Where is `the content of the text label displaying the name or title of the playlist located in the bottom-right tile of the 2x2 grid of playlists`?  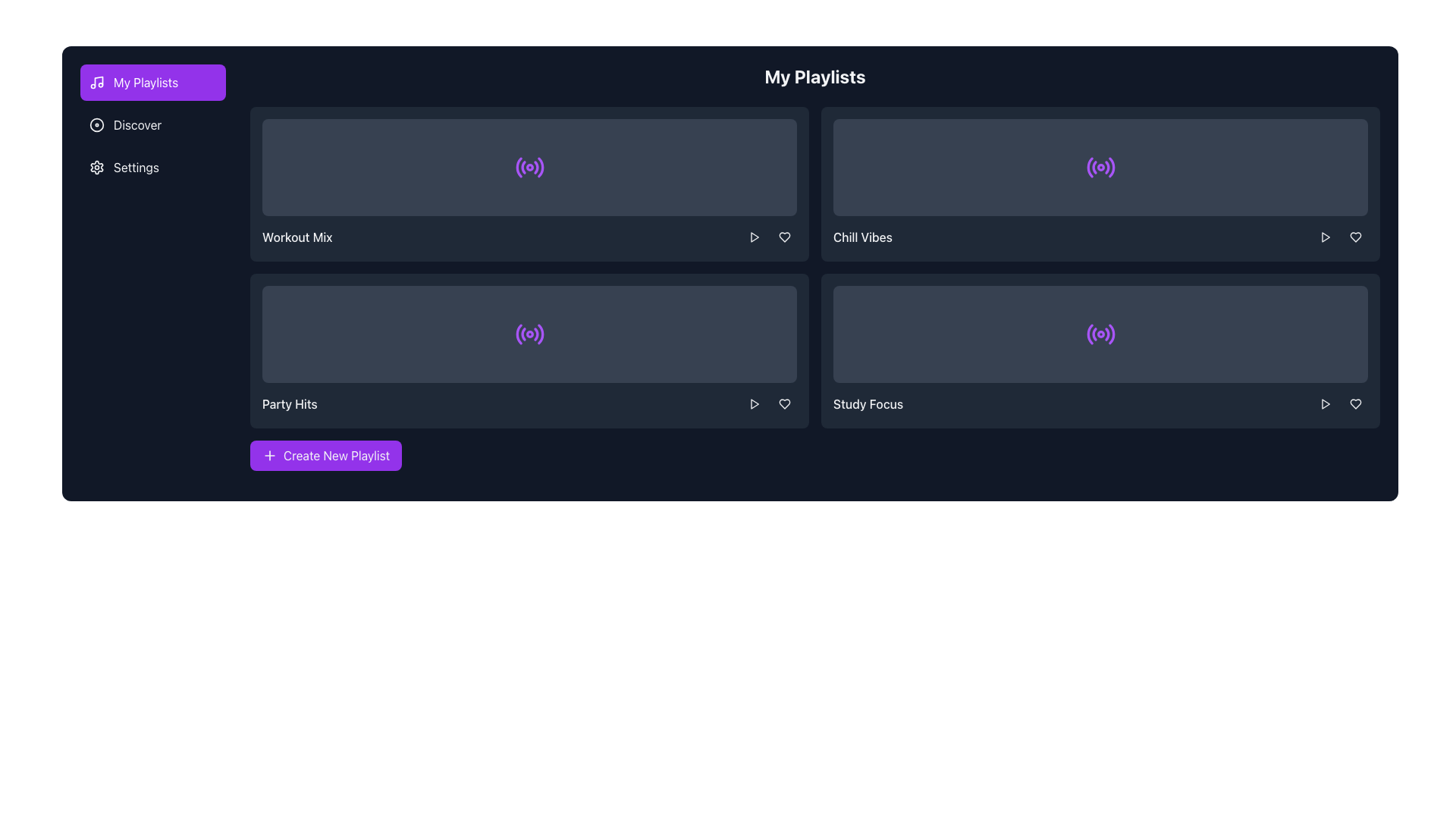 the content of the text label displaying the name or title of the playlist located in the bottom-right tile of the 2x2 grid of playlists is located at coordinates (868, 403).